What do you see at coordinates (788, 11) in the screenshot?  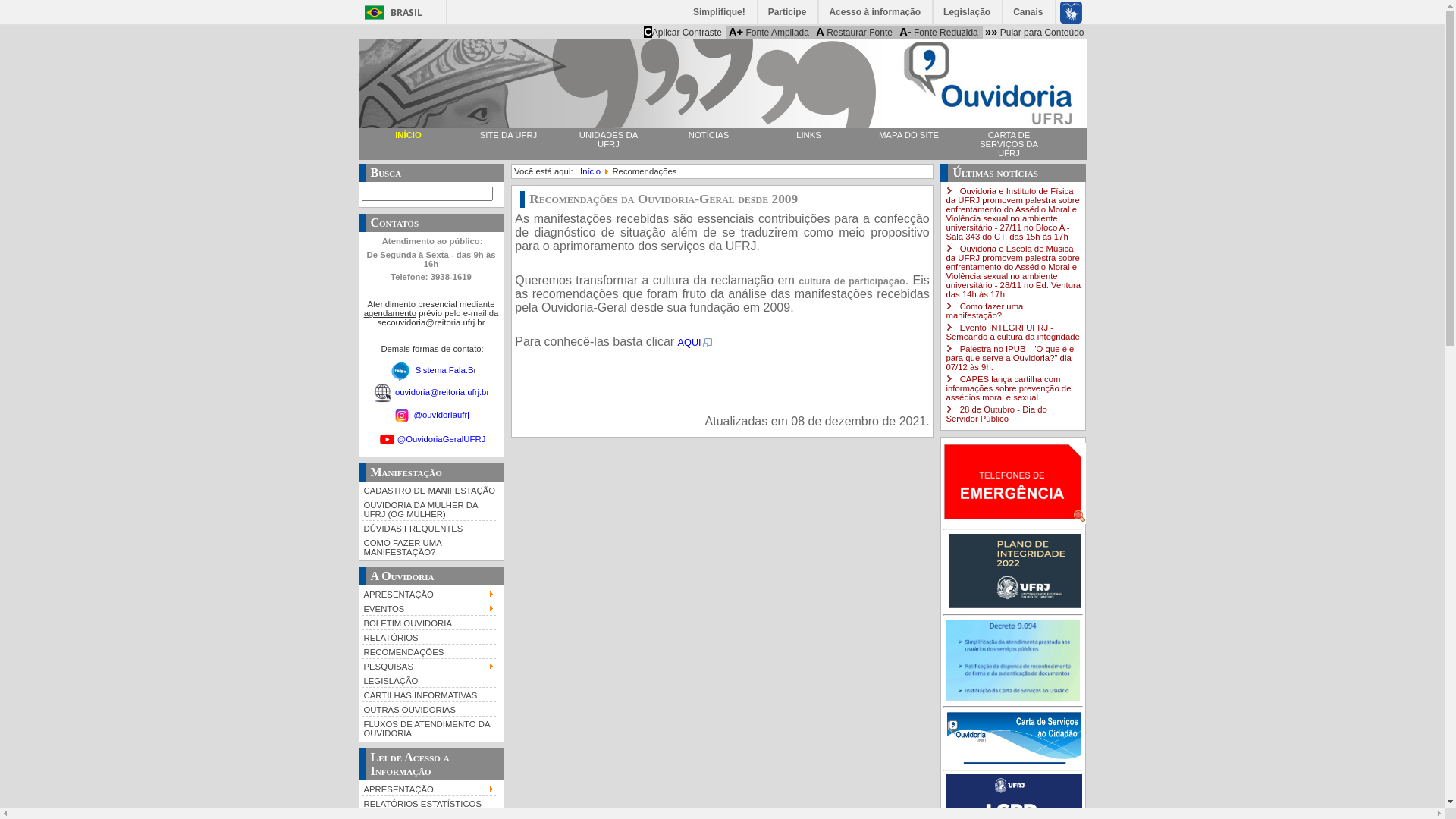 I see `'Participe'` at bounding box center [788, 11].